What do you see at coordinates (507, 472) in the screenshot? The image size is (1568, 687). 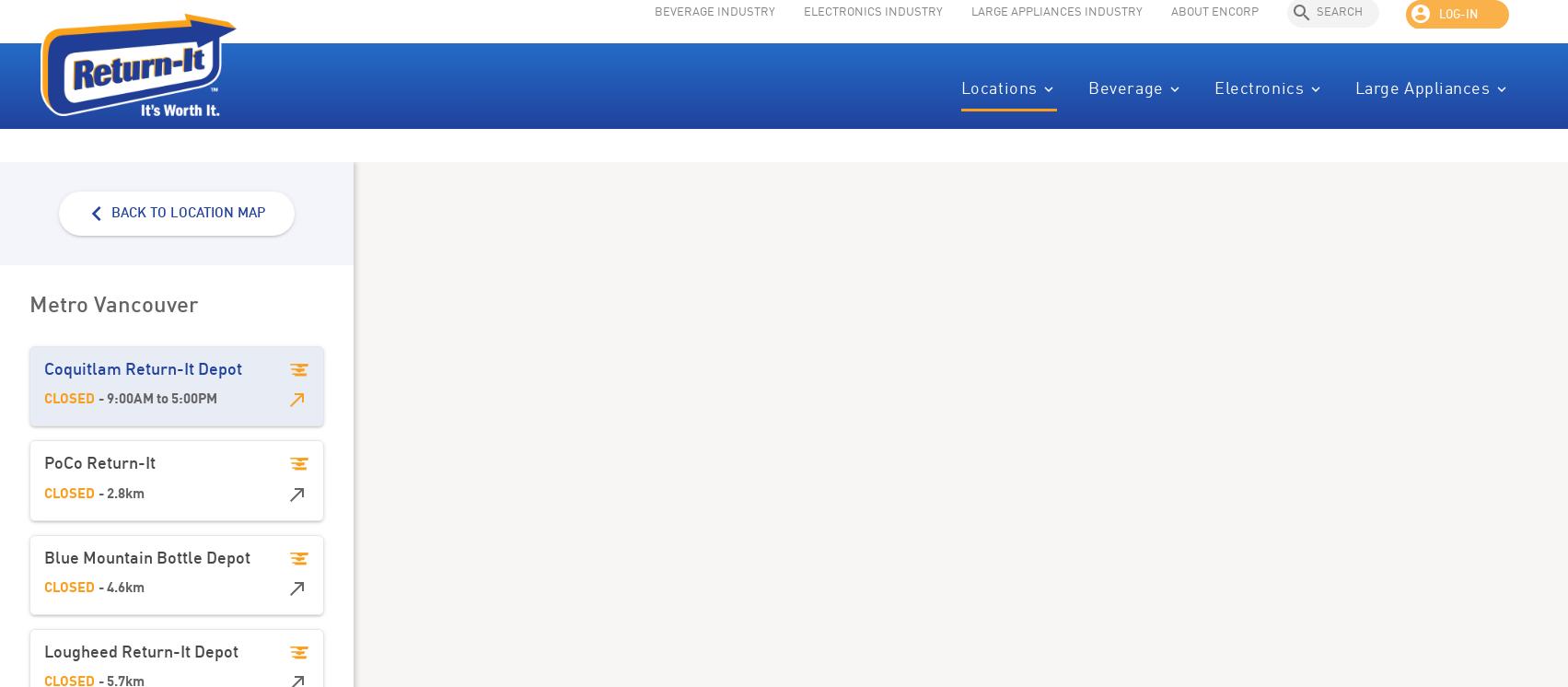 I see `'Saturday'` at bounding box center [507, 472].